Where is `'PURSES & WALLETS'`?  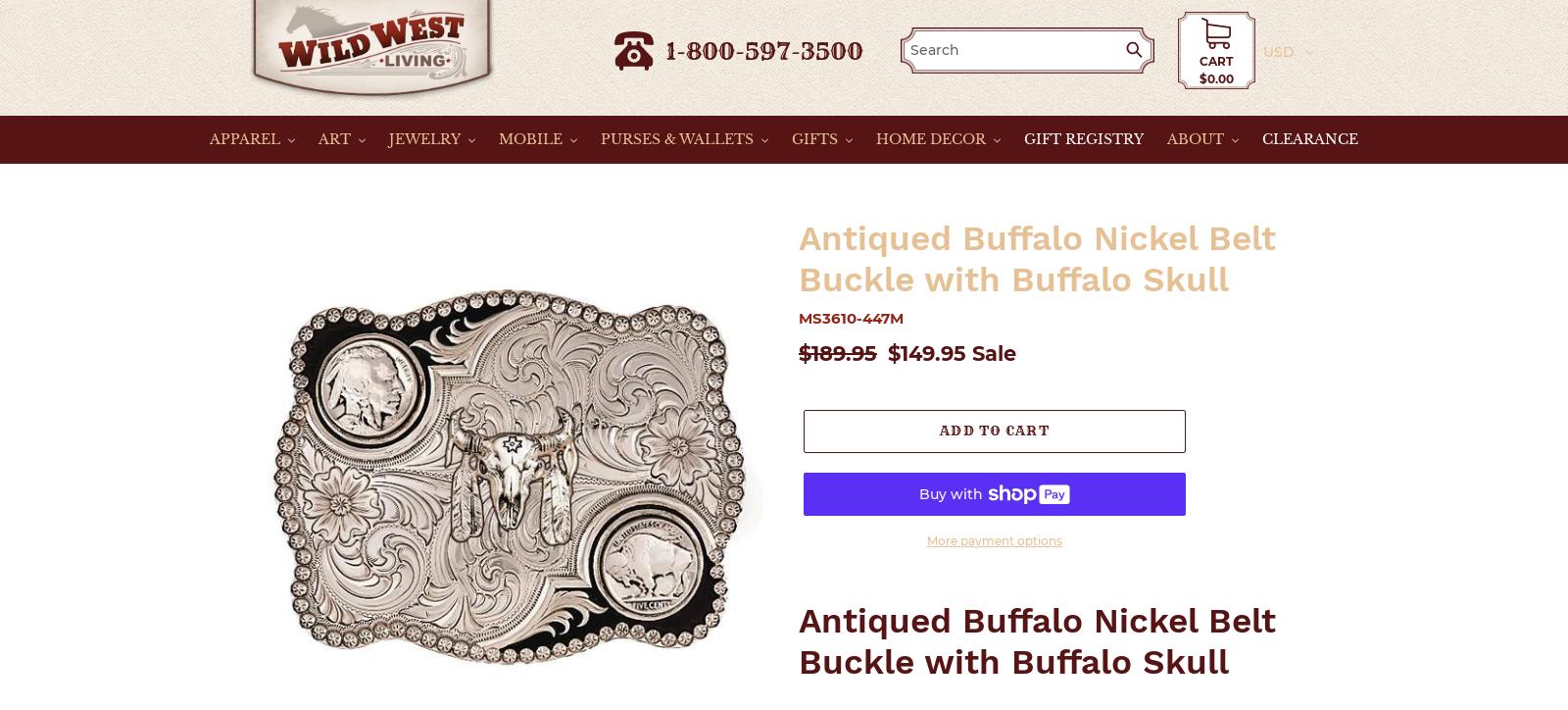
'PURSES & WALLETS' is located at coordinates (677, 137).